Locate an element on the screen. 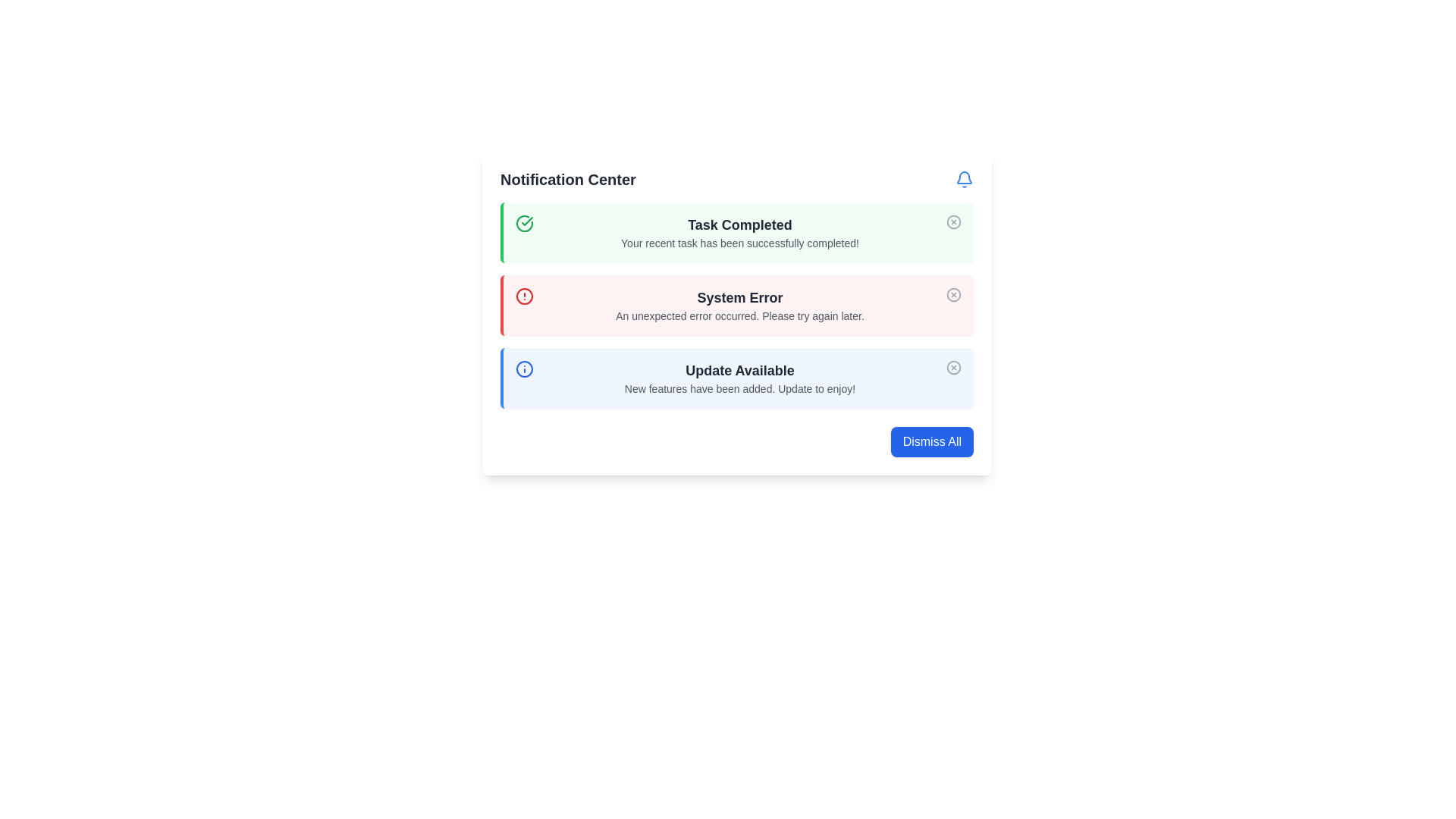 This screenshot has height=819, width=1456. the text section displaying 'Update Available' to potentially trigger a tooltip or highlight is located at coordinates (739, 377).